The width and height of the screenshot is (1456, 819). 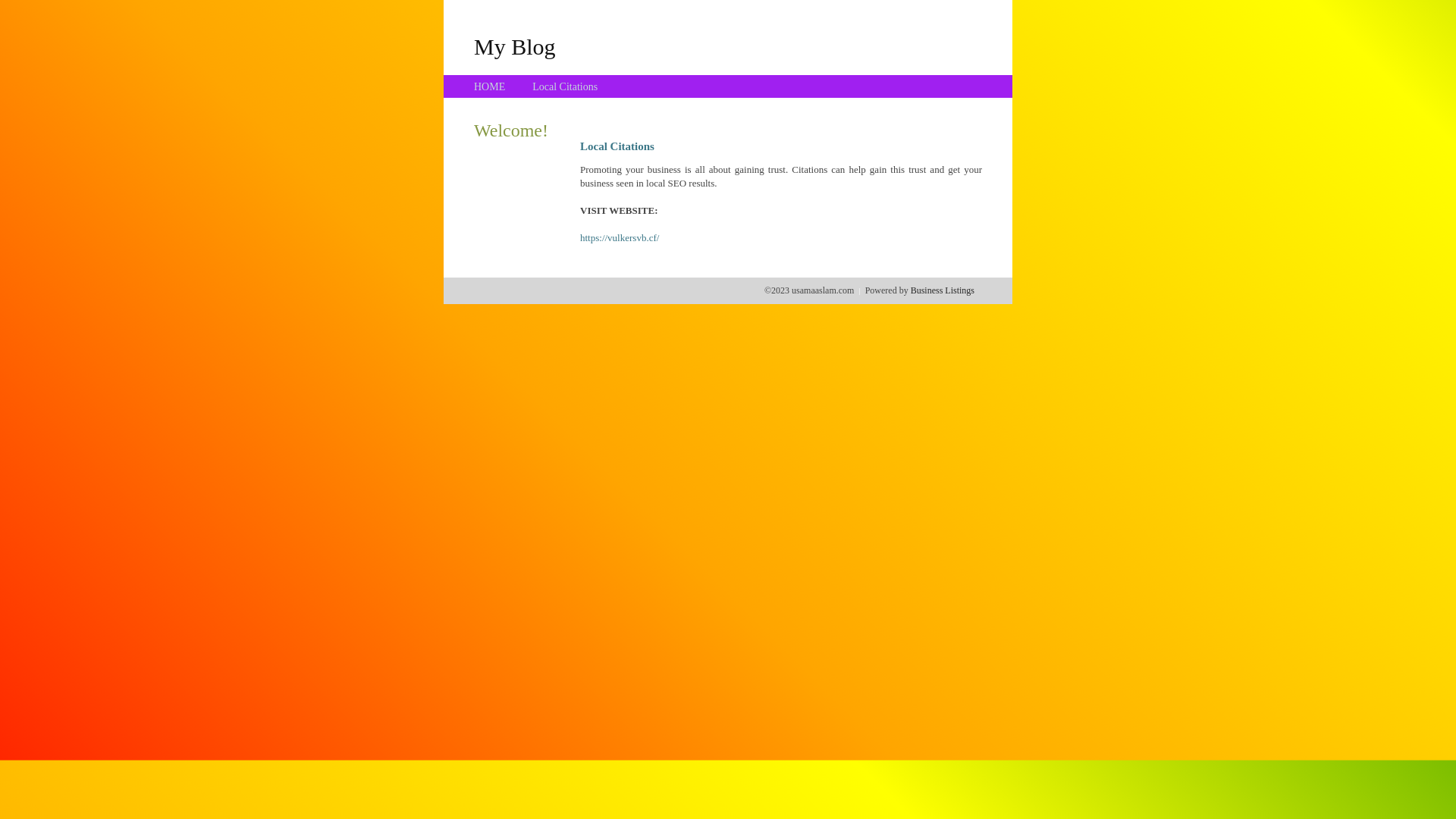 I want to click on 'HOME', so click(x=489, y=86).